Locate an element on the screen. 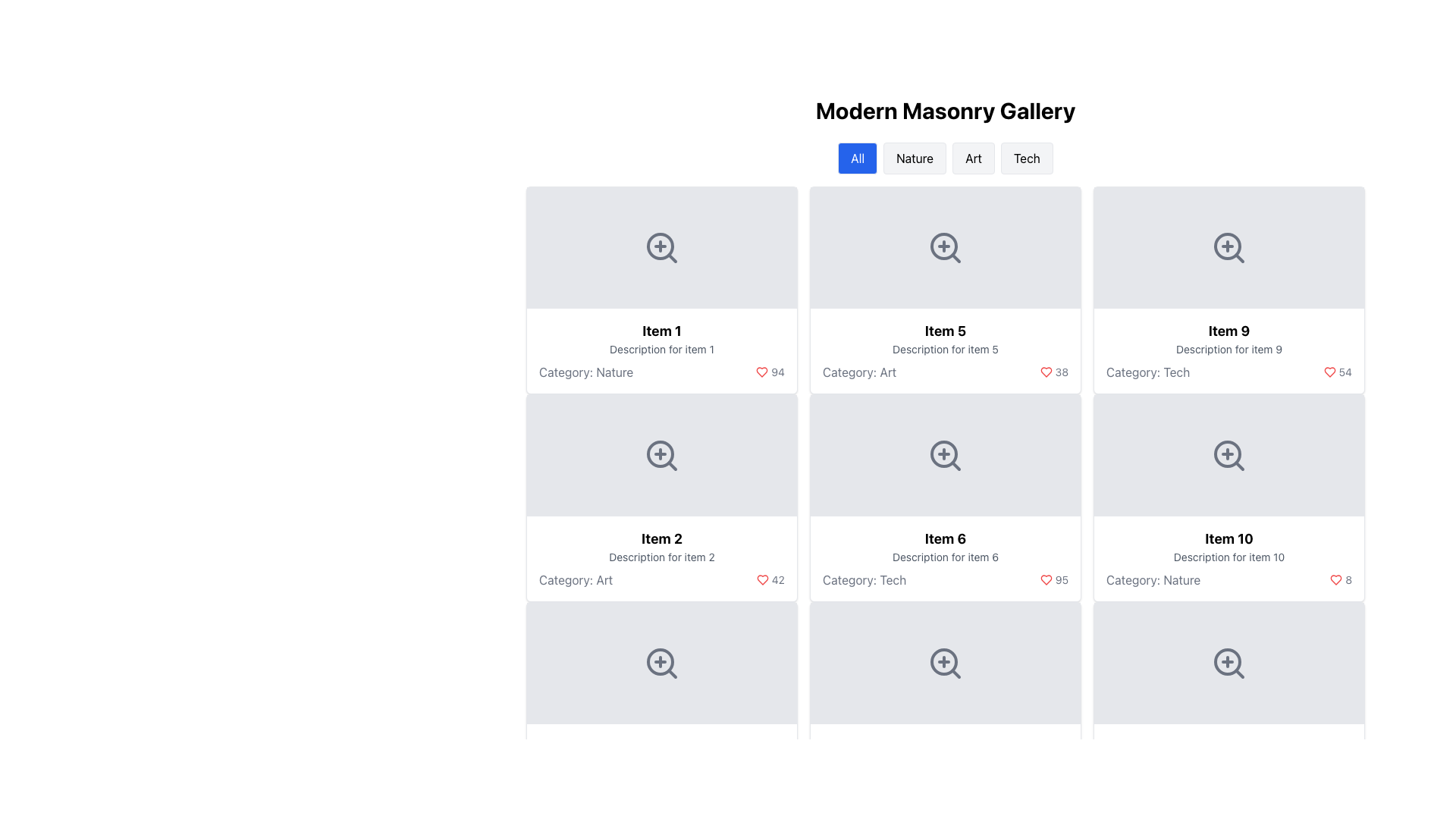 The height and width of the screenshot is (819, 1456). the text label indicating the category type of the associated item, located at the bottom section of 'Item 9' in the right column of the third row in the grid is located at coordinates (1148, 372).